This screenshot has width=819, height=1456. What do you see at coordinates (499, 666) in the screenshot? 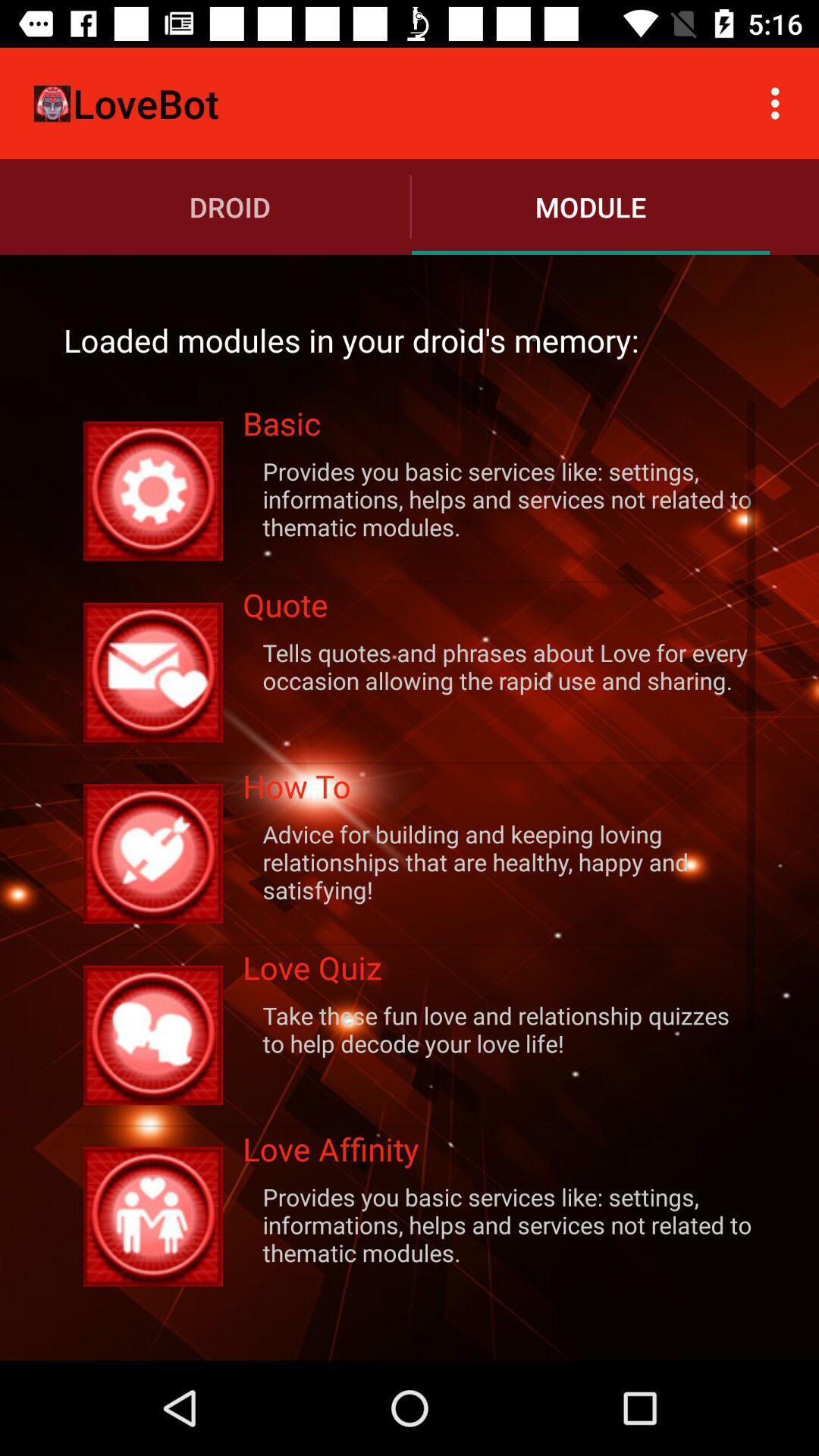
I see `the icon below the quote item` at bounding box center [499, 666].